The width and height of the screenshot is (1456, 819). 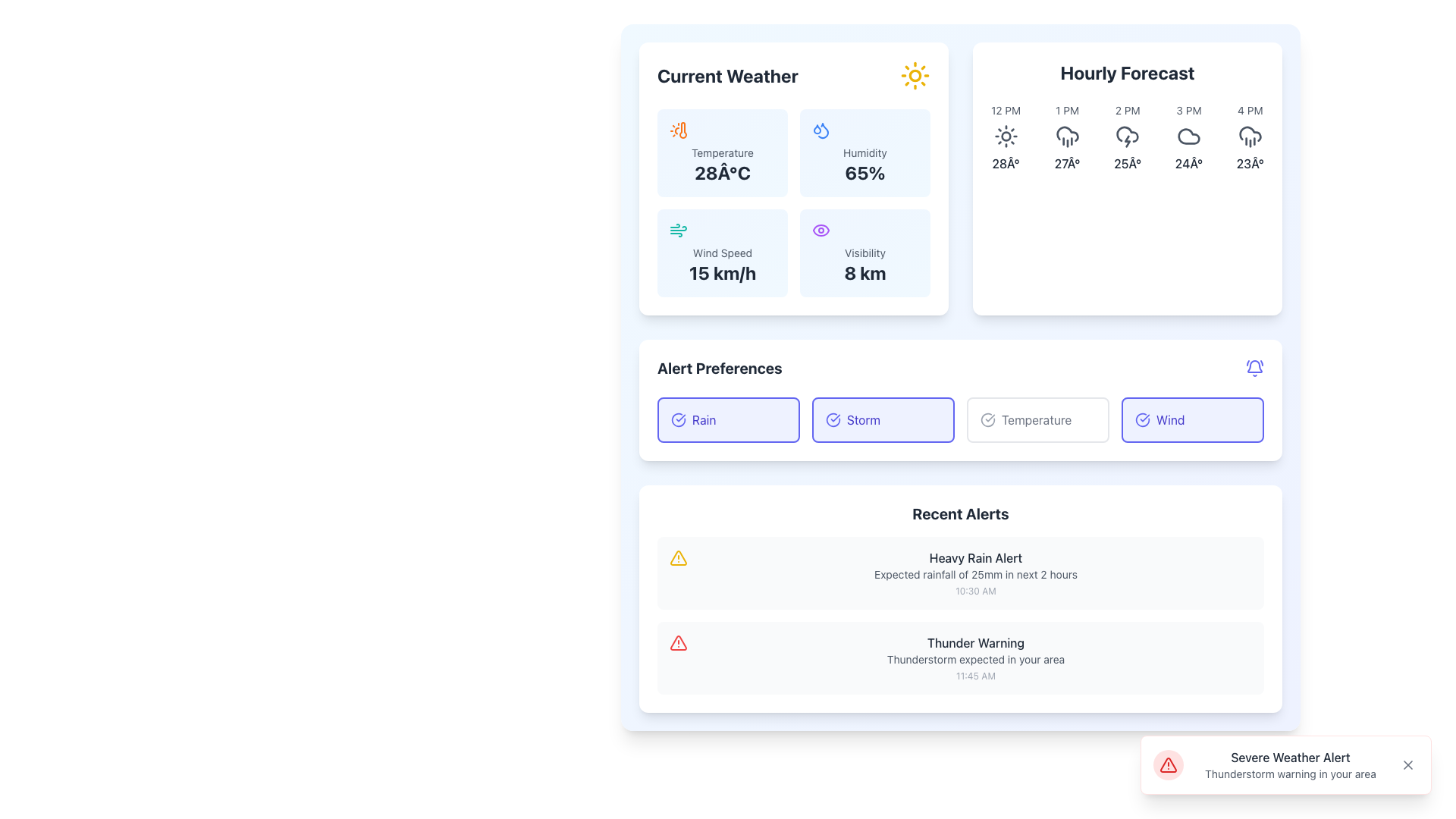 What do you see at coordinates (833, 420) in the screenshot?
I see `the status icon for the 'storm' alert preference located in the 'Alert Preferences' section` at bounding box center [833, 420].